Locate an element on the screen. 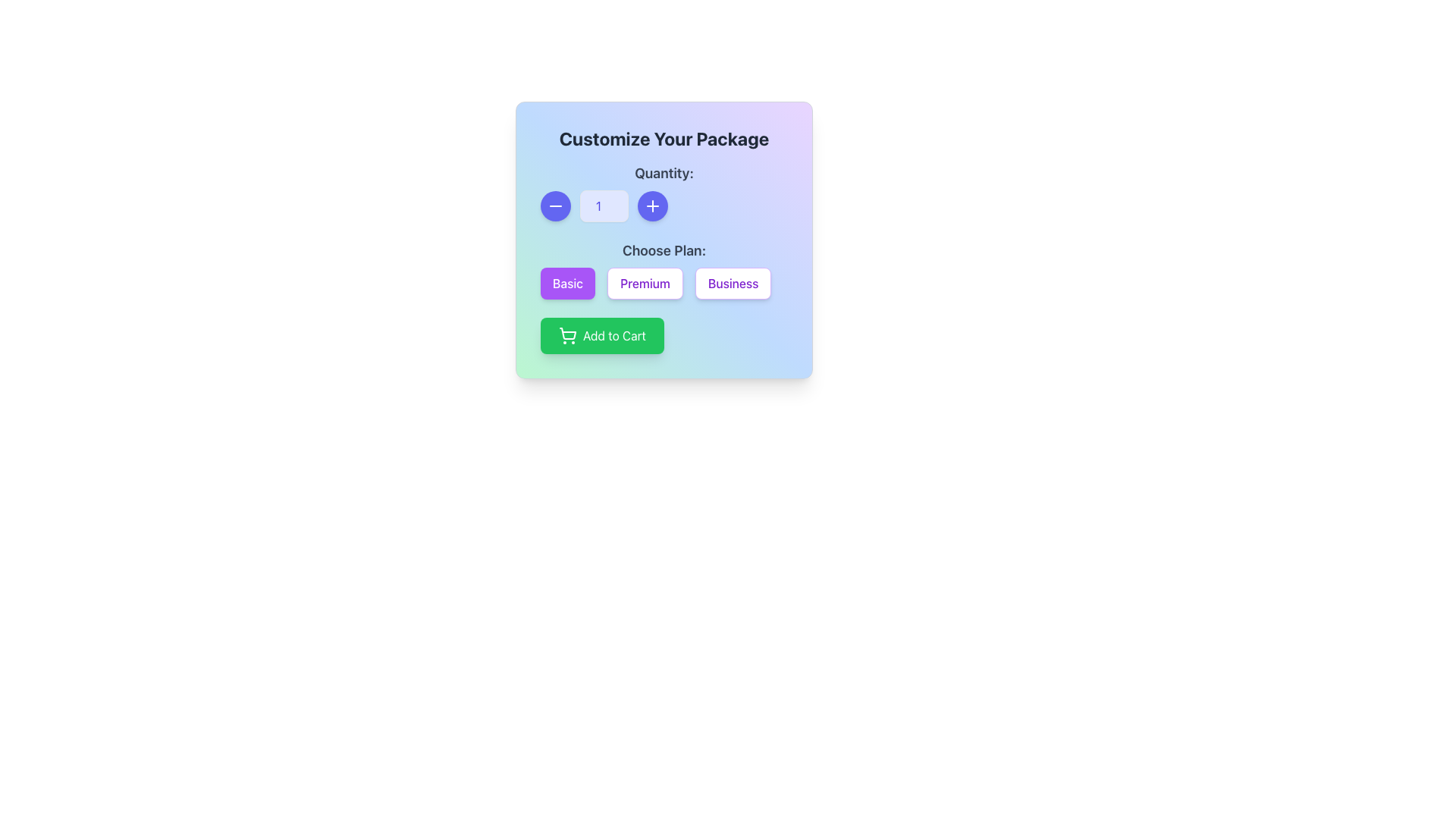 Image resolution: width=1456 pixels, height=819 pixels. the cart body within the shopping cart icon, which is part of the green 'Add to Cart' button is located at coordinates (566, 333).